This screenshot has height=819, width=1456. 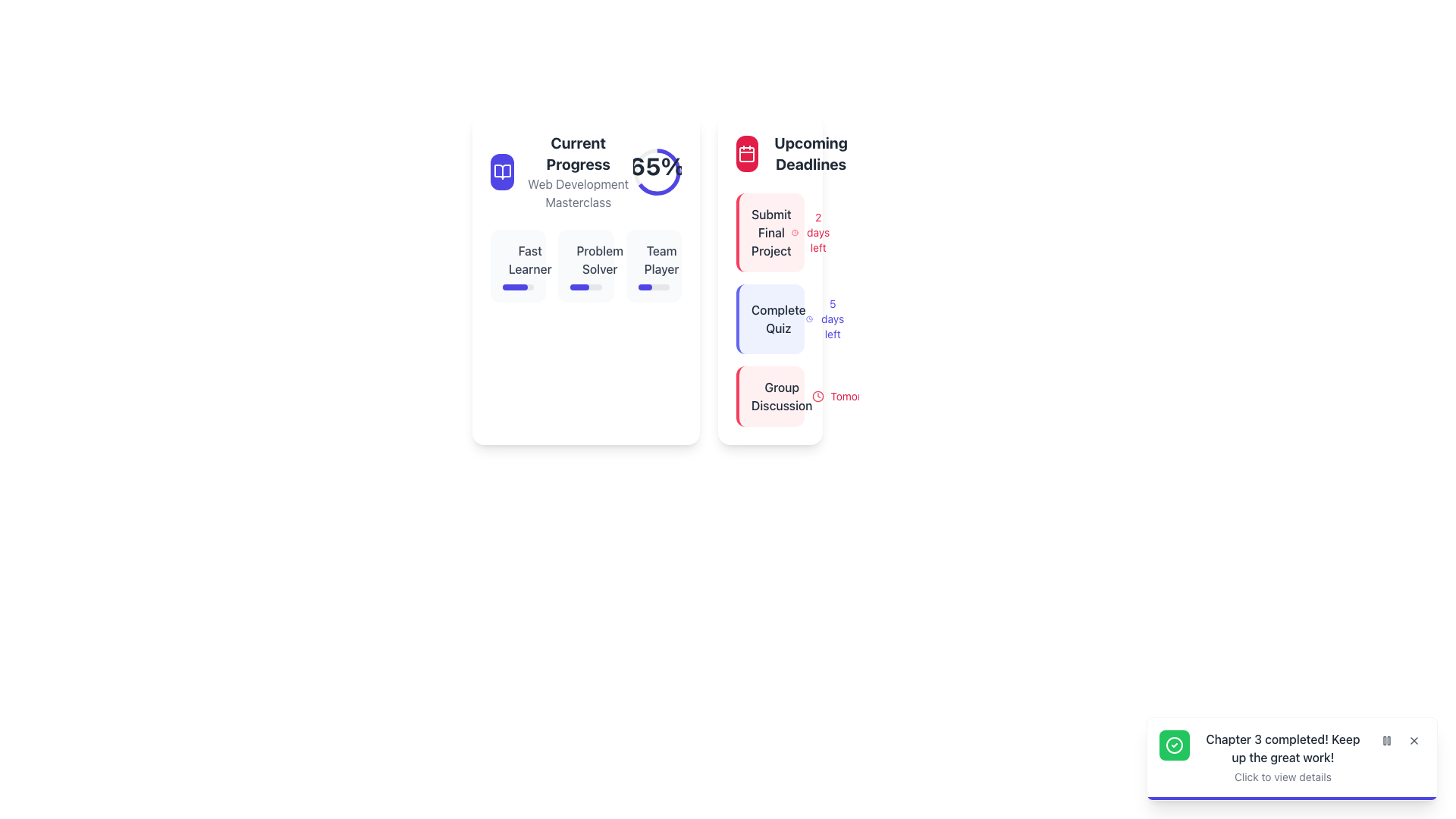 What do you see at coordinates (654, 259) in the screenshot?
I see `the text label displaying 'Team Player' in gray font on a white background, which is the last element of three horizontally arranged cards` at bounding box center [654, 259].